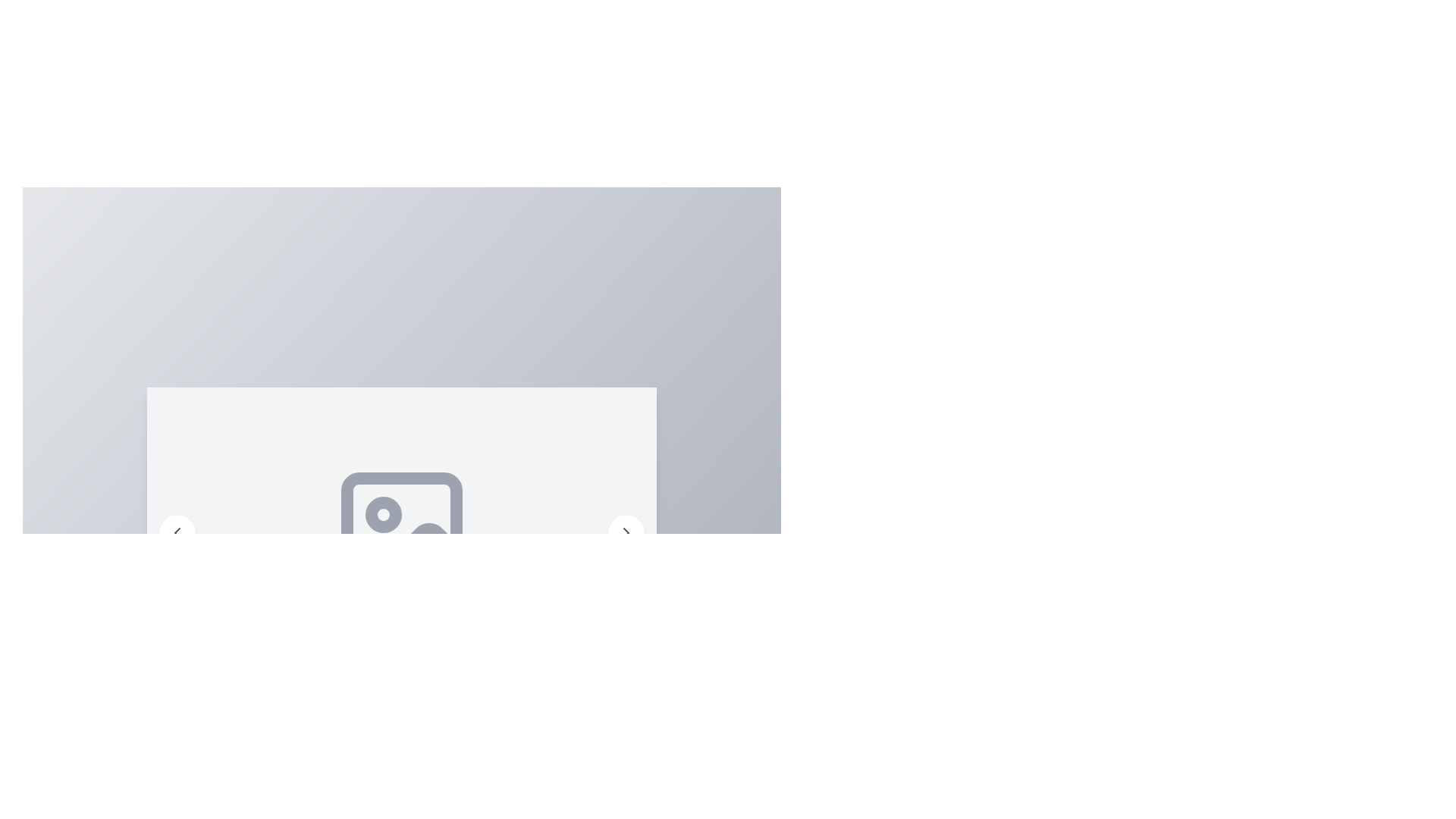  What do you see at coordinates (626, 532) in the screenshot?
I see `the small triangular arrow shape pointing to the right, which serves as a chevron-right icon for navigation, located towards the bottom-right of the interface` at bounding box center [626, 532].